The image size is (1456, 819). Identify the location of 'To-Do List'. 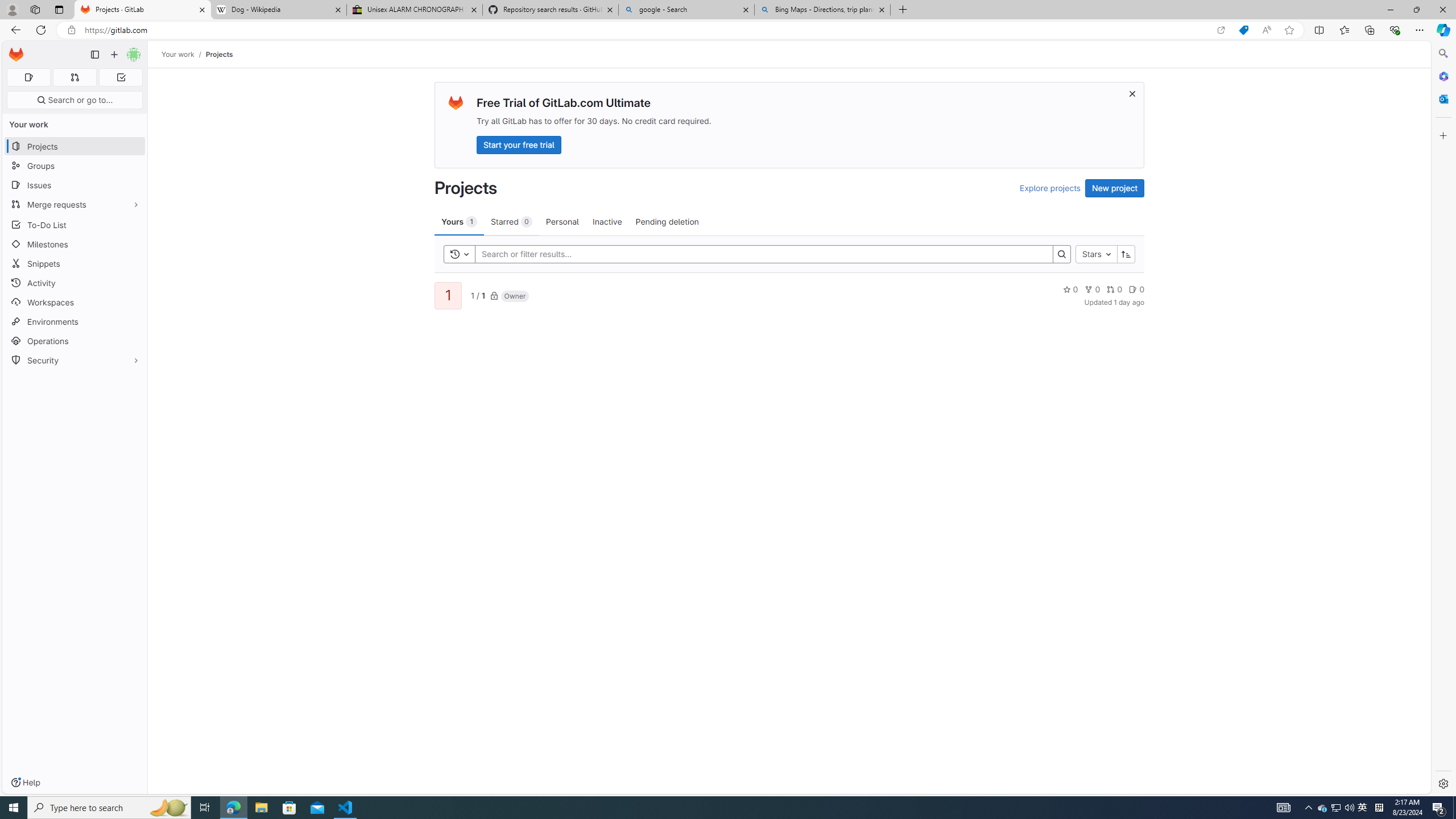
(74, 224).